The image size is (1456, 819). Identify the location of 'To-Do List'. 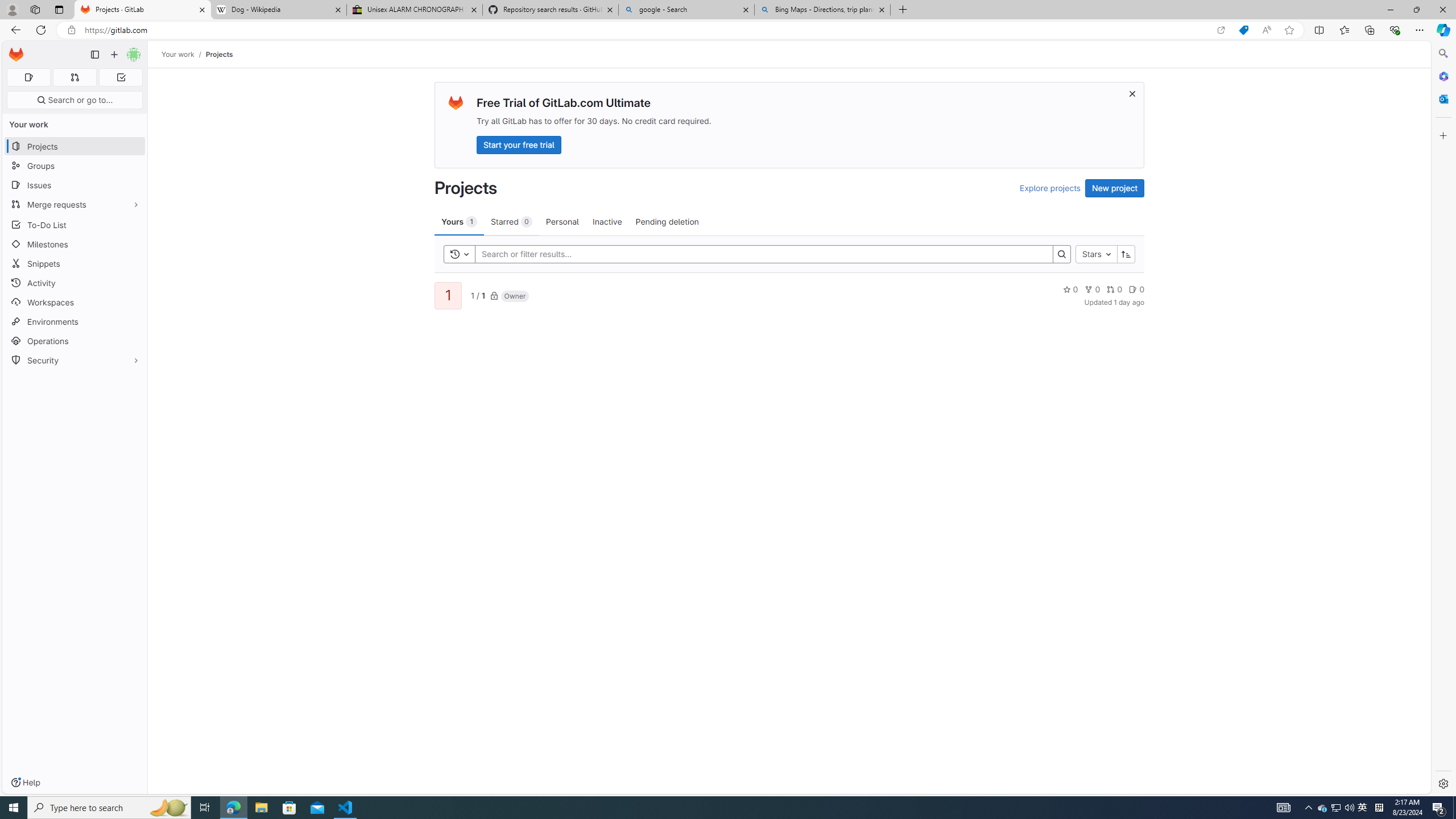
(74, 224).